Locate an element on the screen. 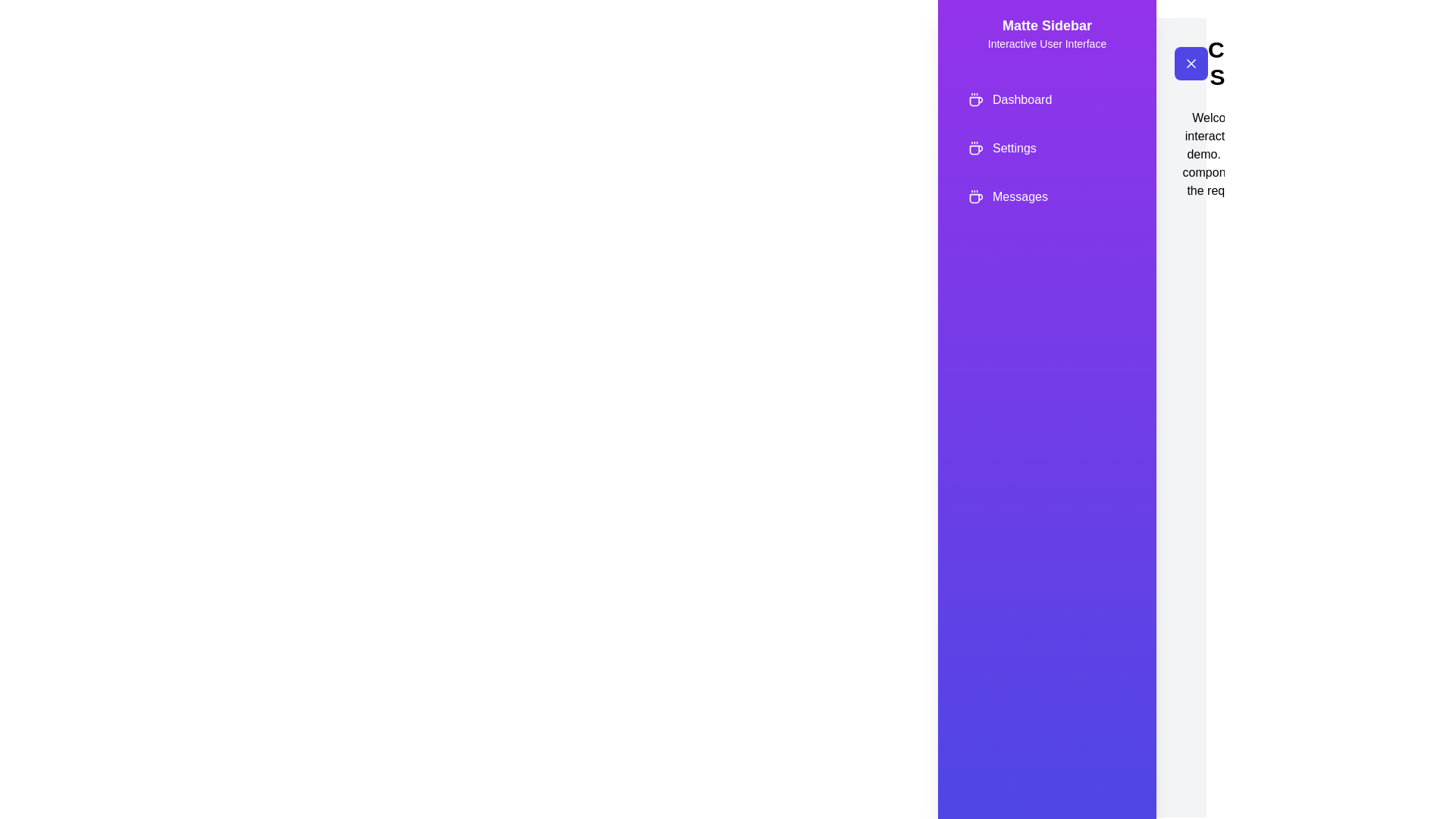 This screenshot has width=1456, height=819. the 'Messages' button, which features a purple background, rounded corners, and is positioned between the 'Settings' item and subsequent entries in the sidebar menu is located at coordinates (1046, 196).